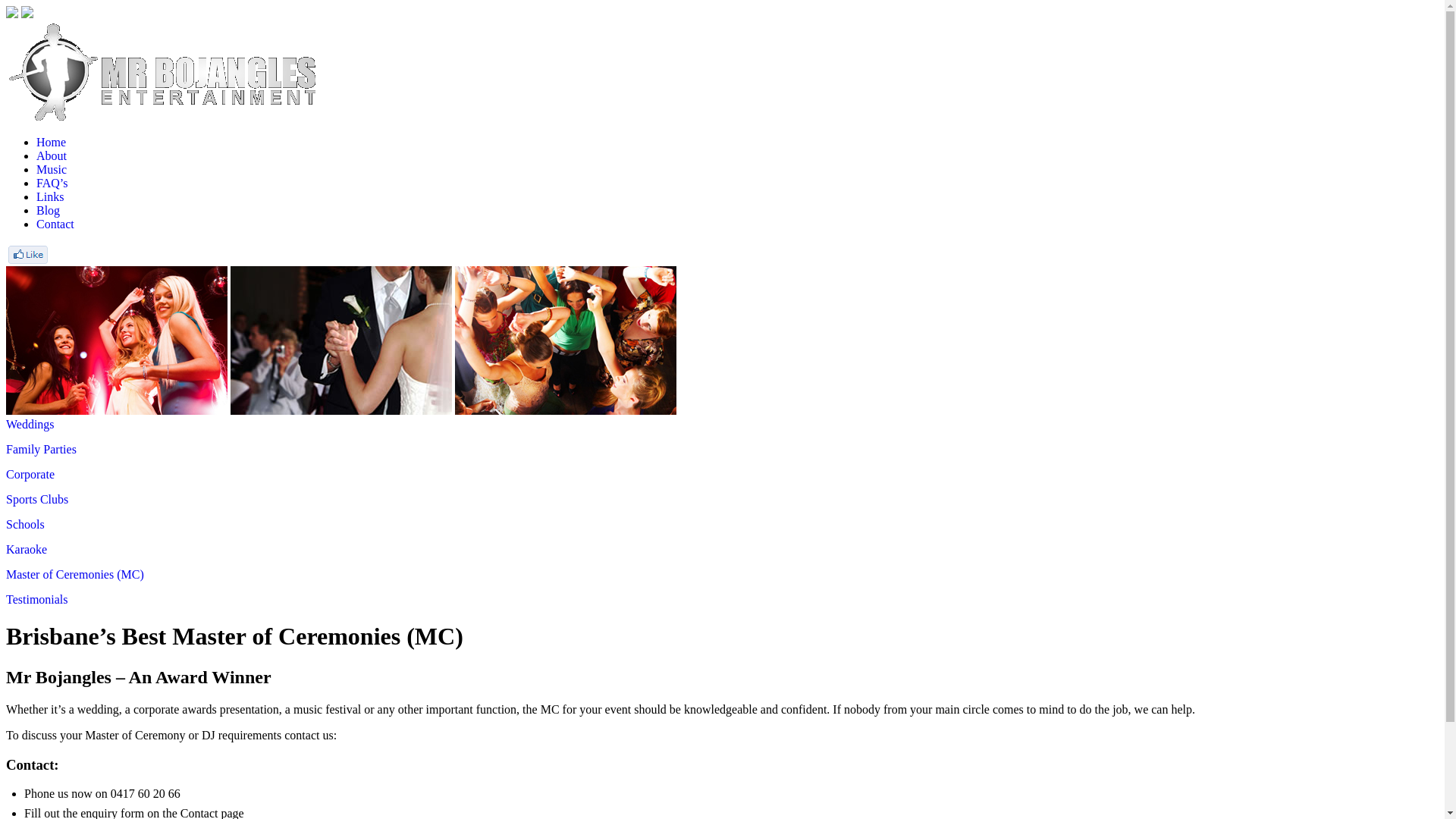 Image resolution: width=1456 pixels, height=819 pixels. I want to click on 'Sports Clubs', so click(36, 499).